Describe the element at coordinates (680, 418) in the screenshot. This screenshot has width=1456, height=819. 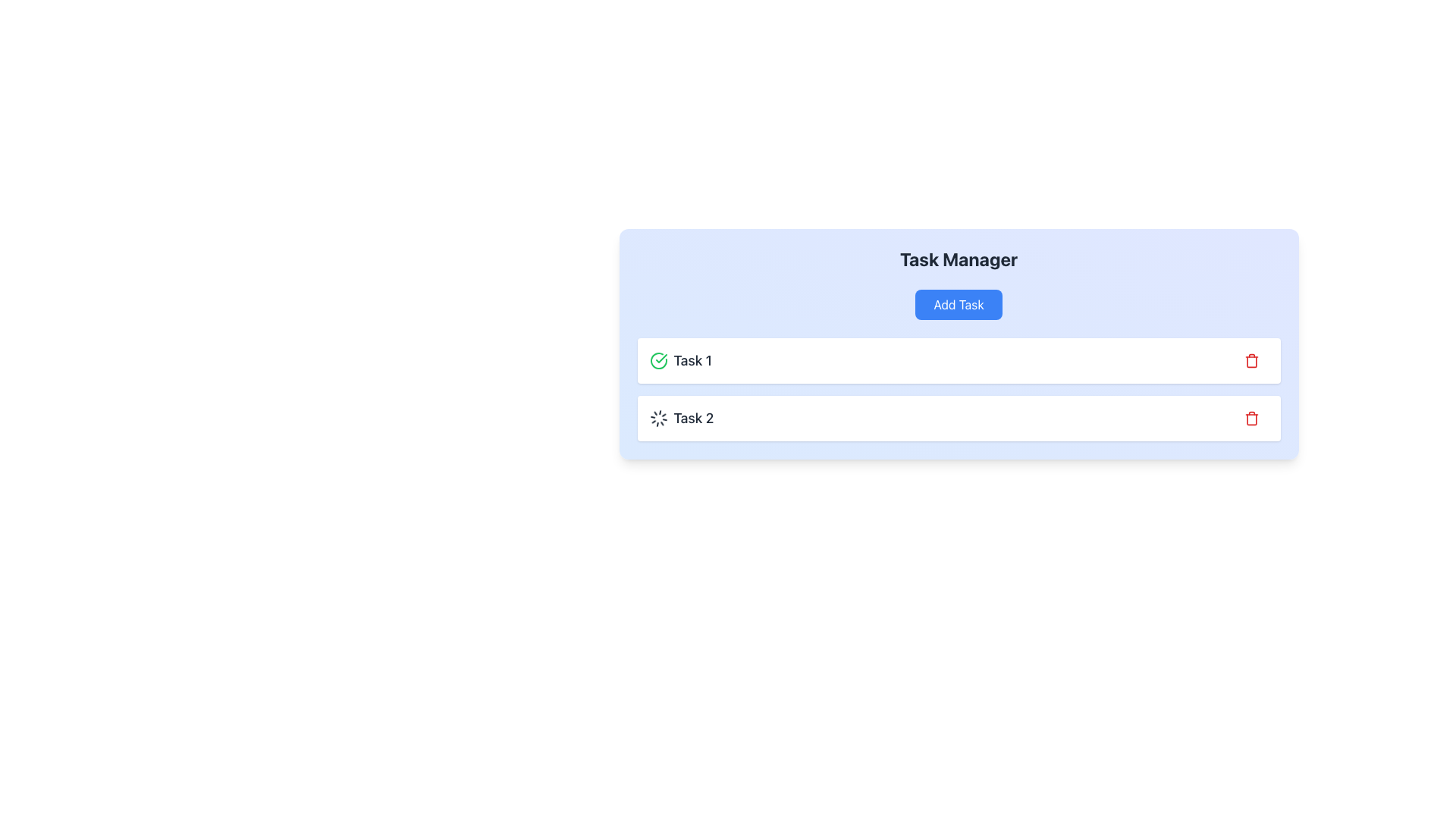
I see `the 'Task 2' label with a spinning loader icon` at that location.